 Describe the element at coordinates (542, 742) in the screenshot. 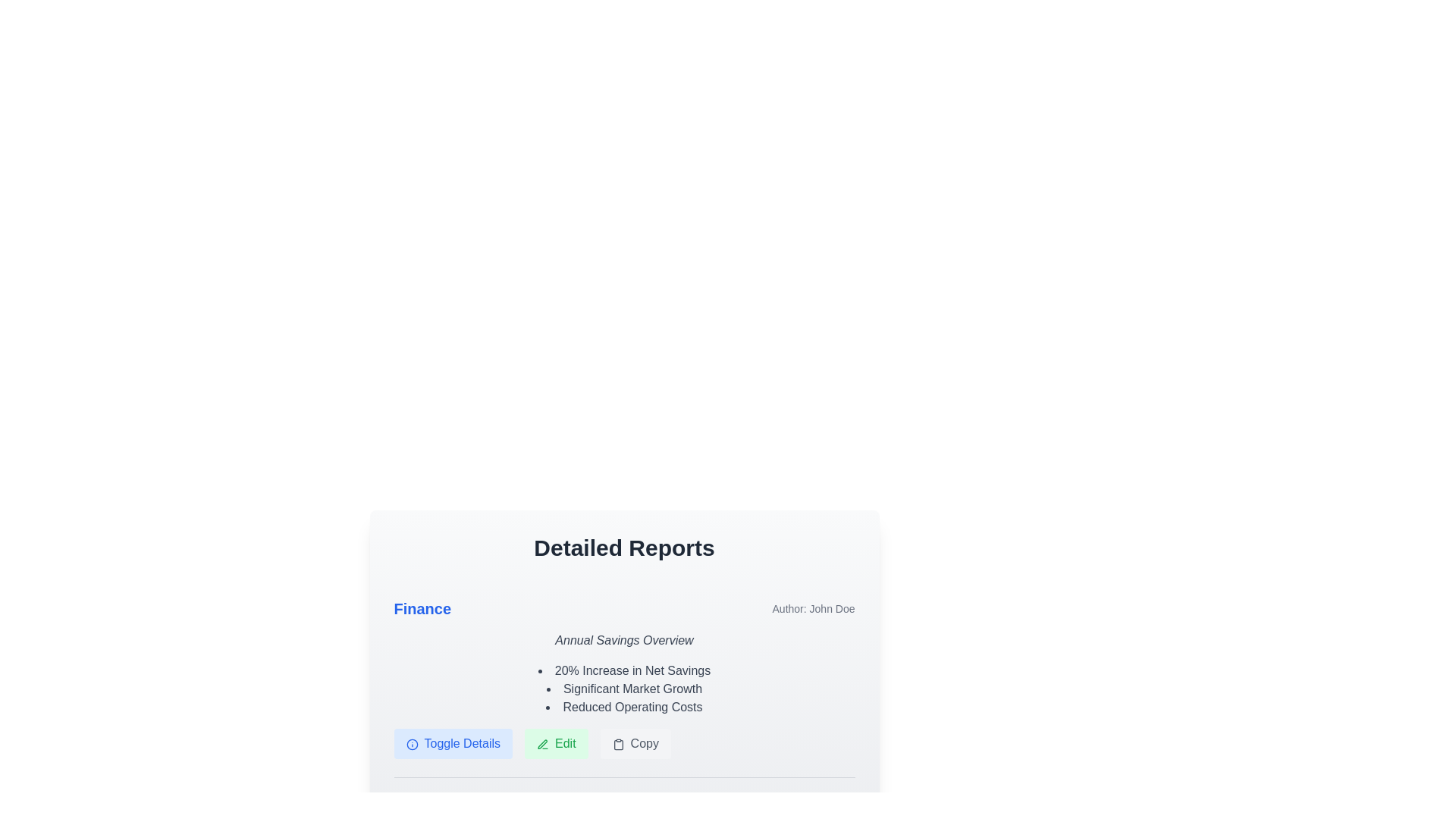

I see `the small green icon resembling a pen, which is located to the left of the 'Edit' text in the rounded green button at the central bottom area of the interface` at that location.